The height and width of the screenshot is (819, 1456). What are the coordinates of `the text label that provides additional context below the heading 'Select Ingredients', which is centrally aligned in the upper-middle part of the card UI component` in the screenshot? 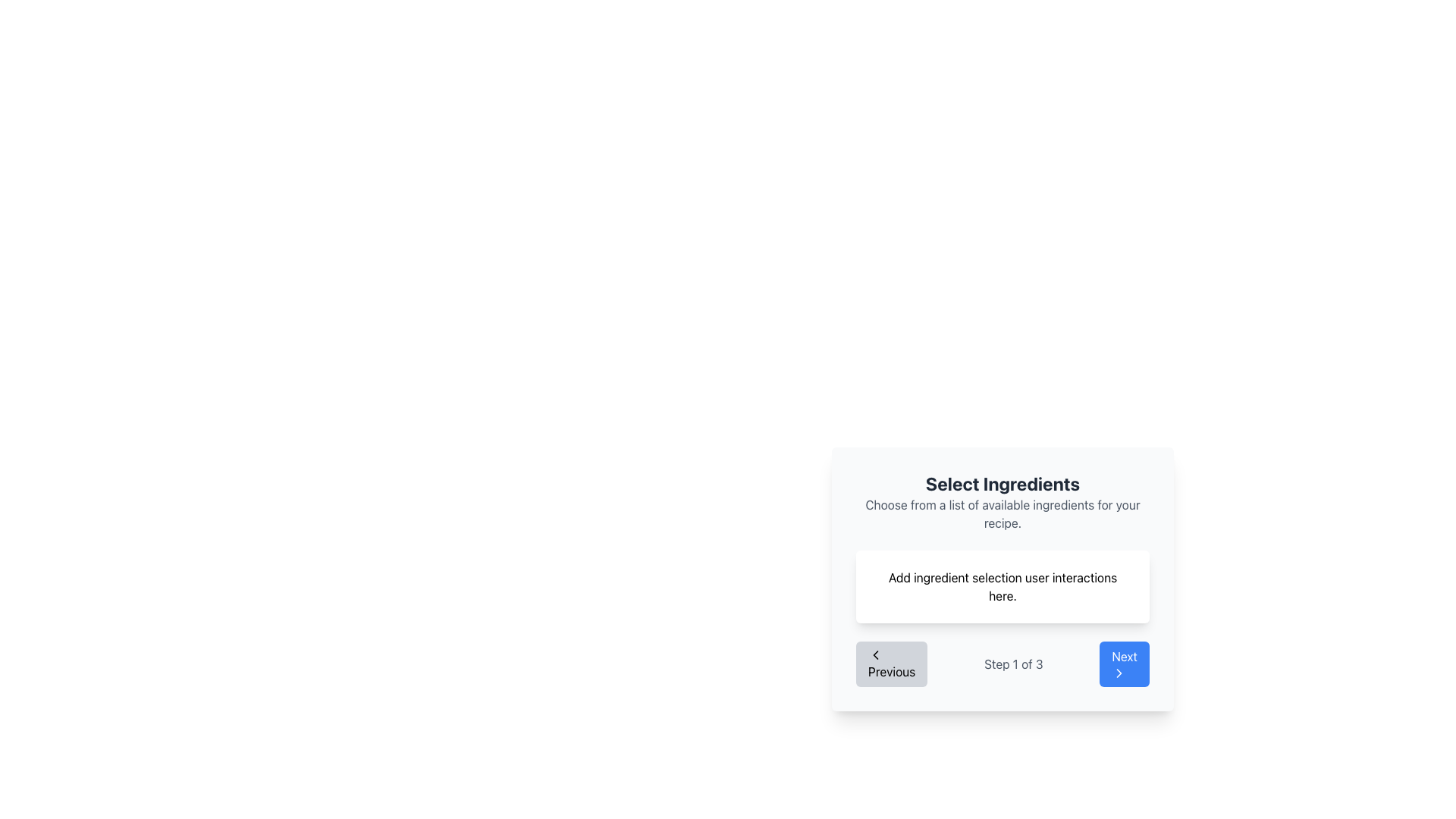 It's located at (1003, 513).